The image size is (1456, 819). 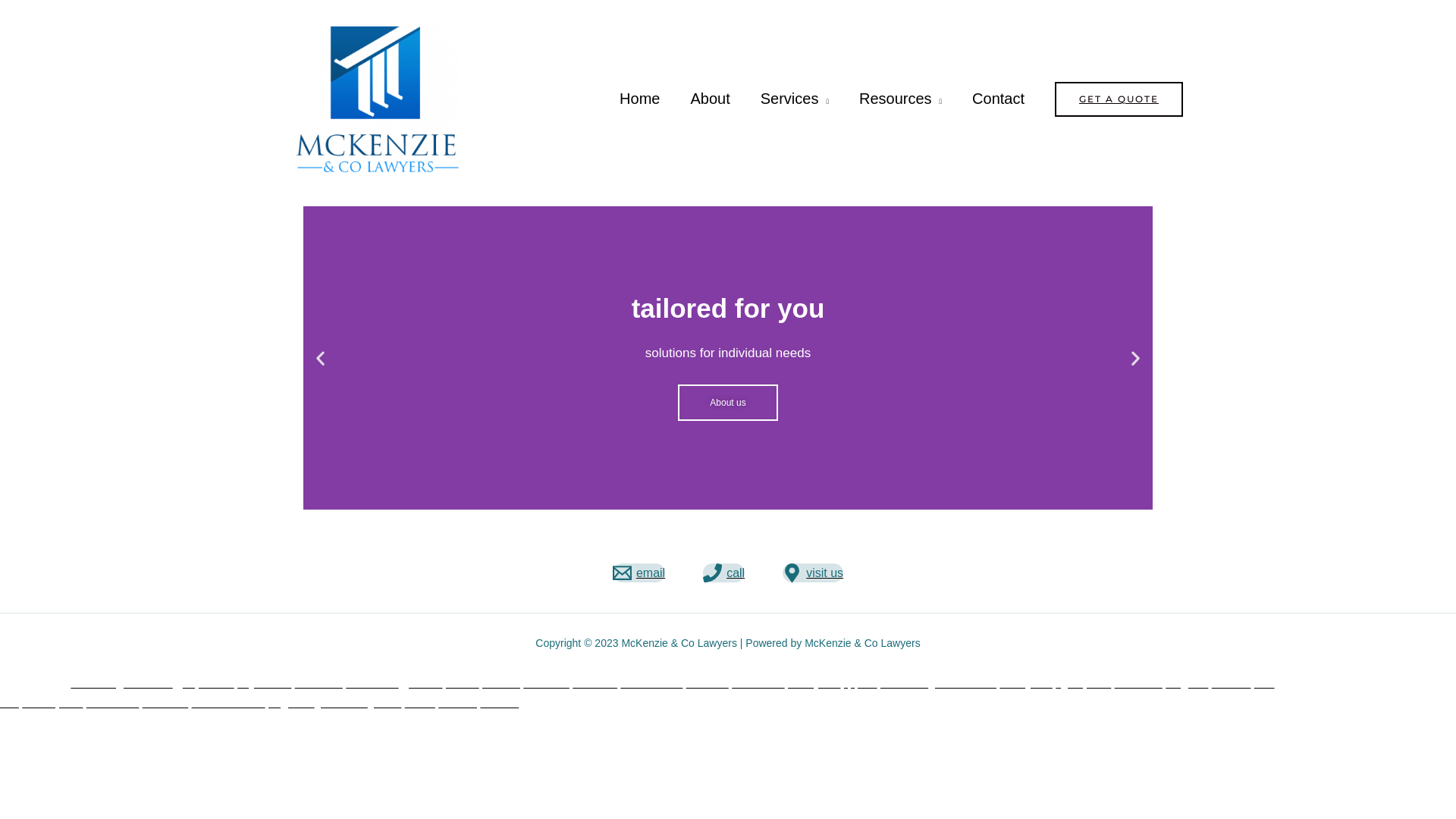 I want to click on 'Home', so click(x=639, y=99).